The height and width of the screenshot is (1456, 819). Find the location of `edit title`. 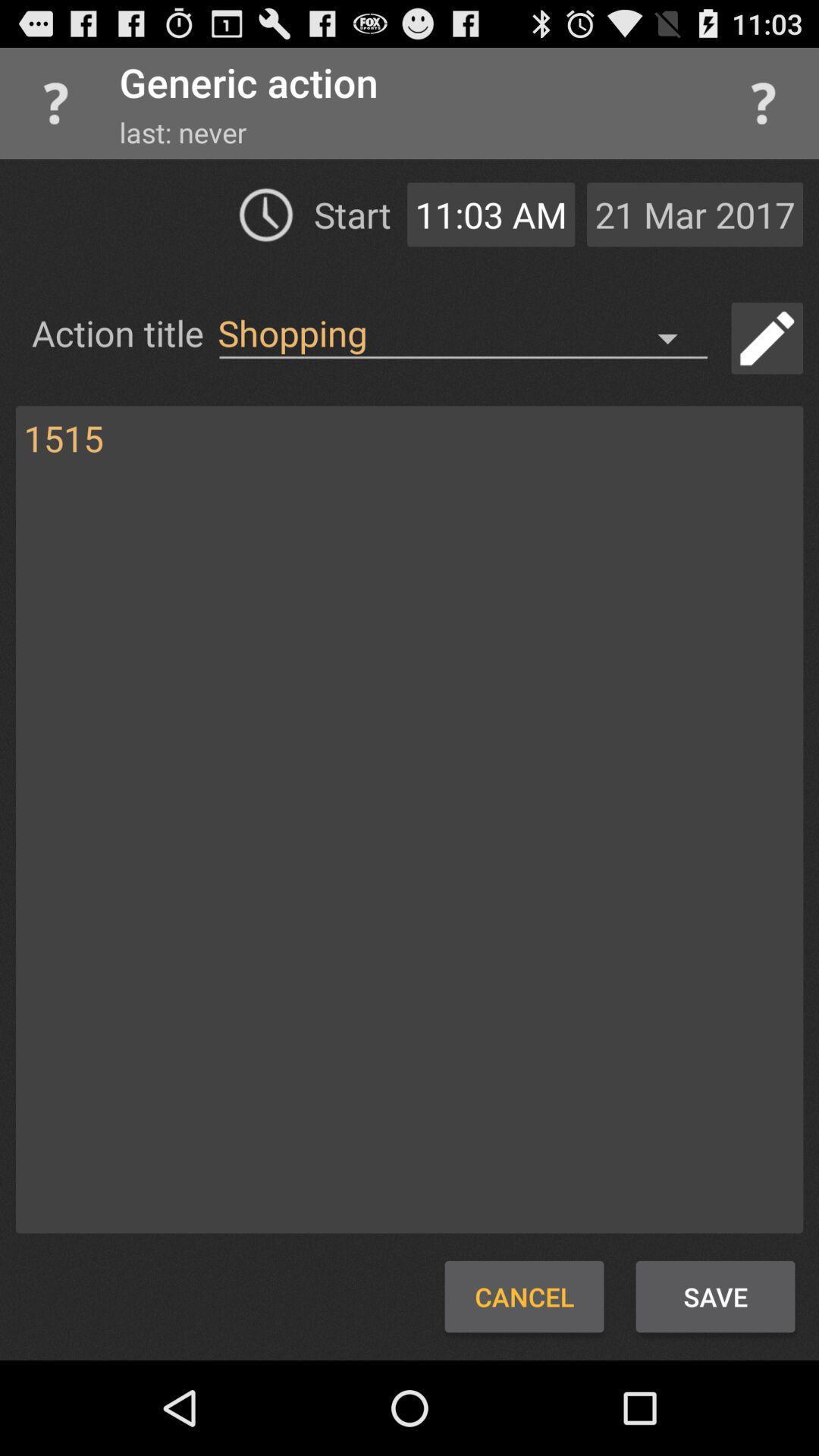

edit title is located at coordinates (767, 337).